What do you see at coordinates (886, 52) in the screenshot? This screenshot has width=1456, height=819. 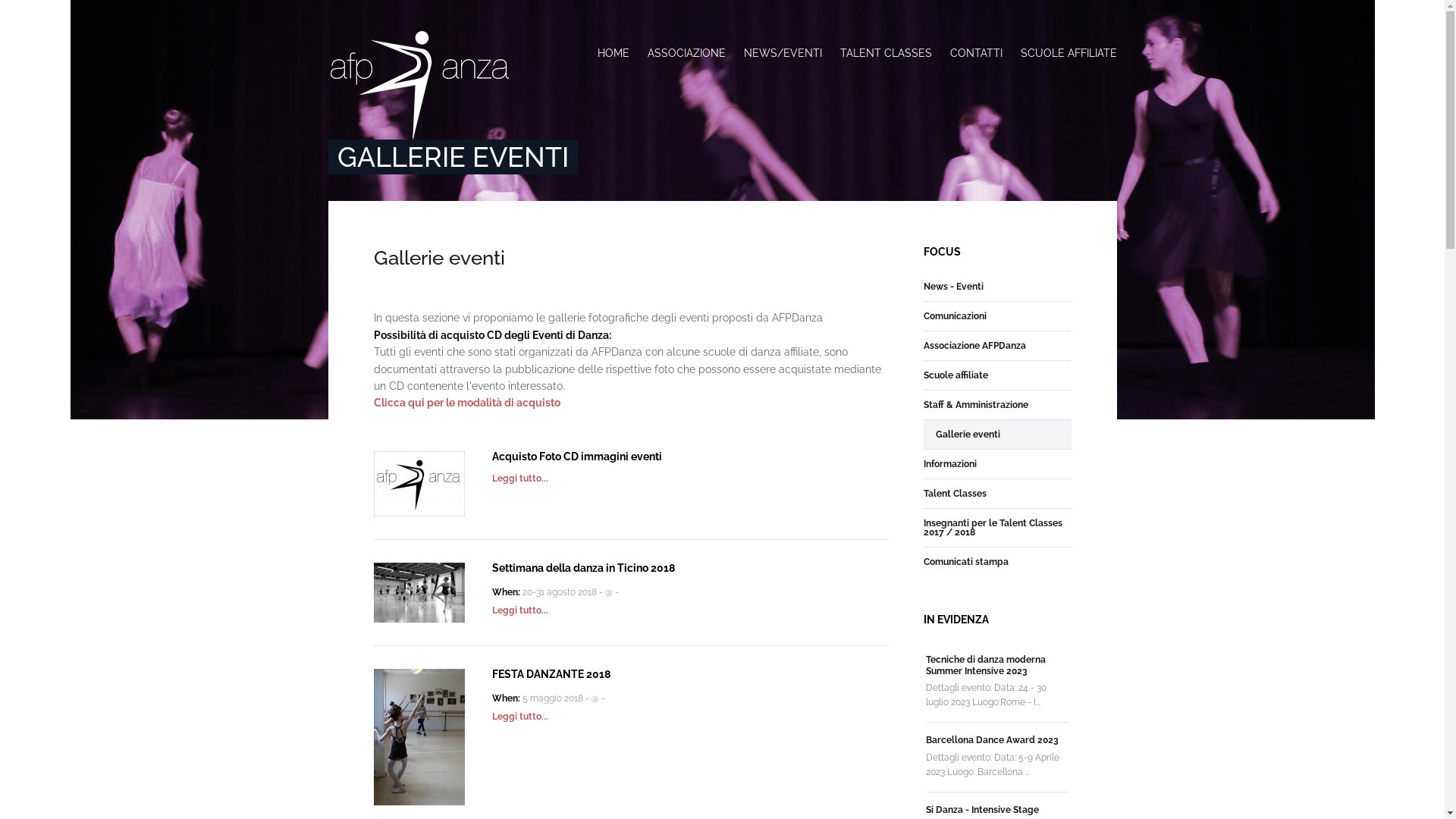 I see `'TALENT CLASSES'` at bounding box center [886, 52].